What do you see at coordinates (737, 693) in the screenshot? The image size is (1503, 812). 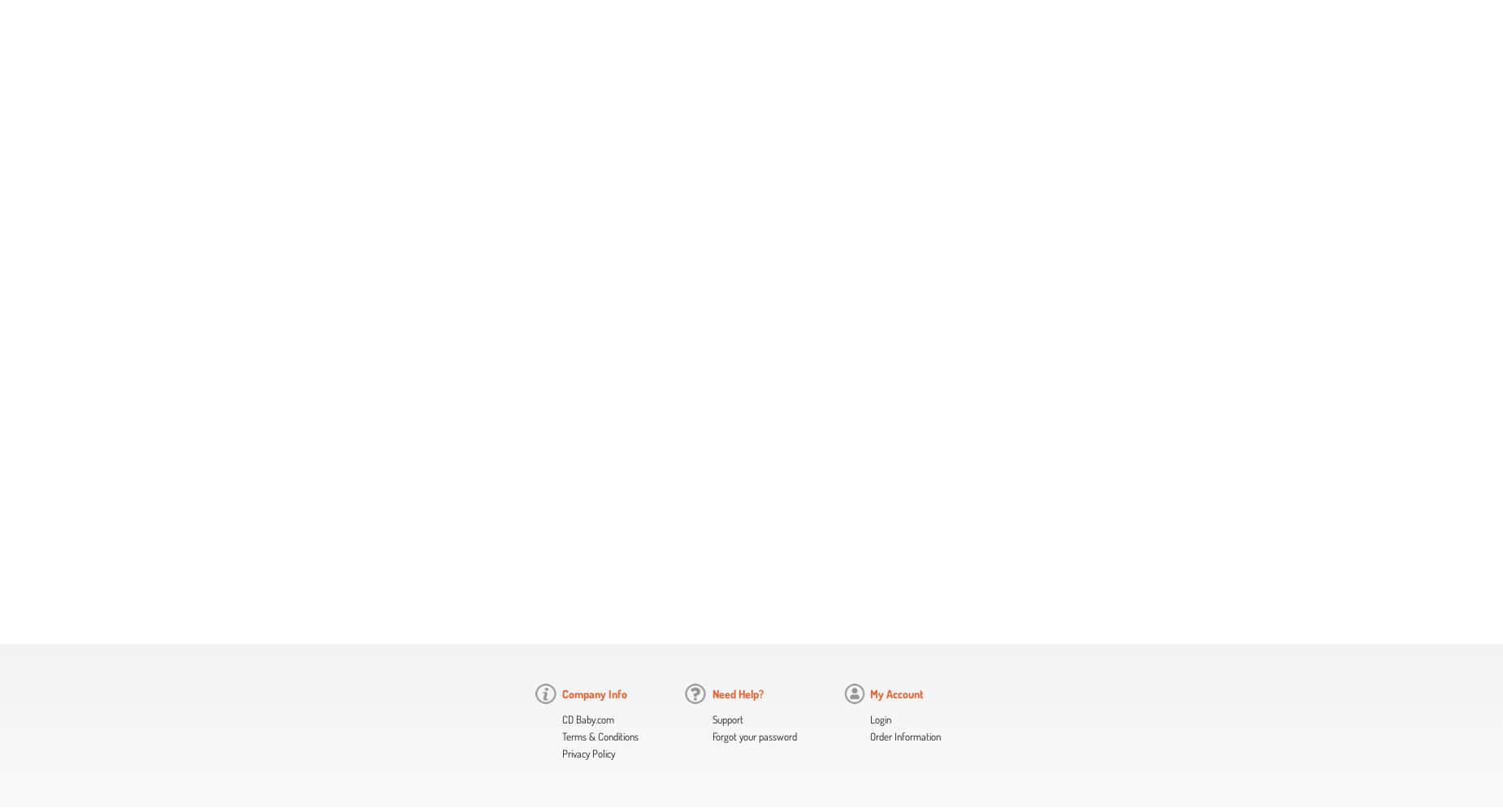 I see `'Need Help?'` at bounding box center [737, 693].